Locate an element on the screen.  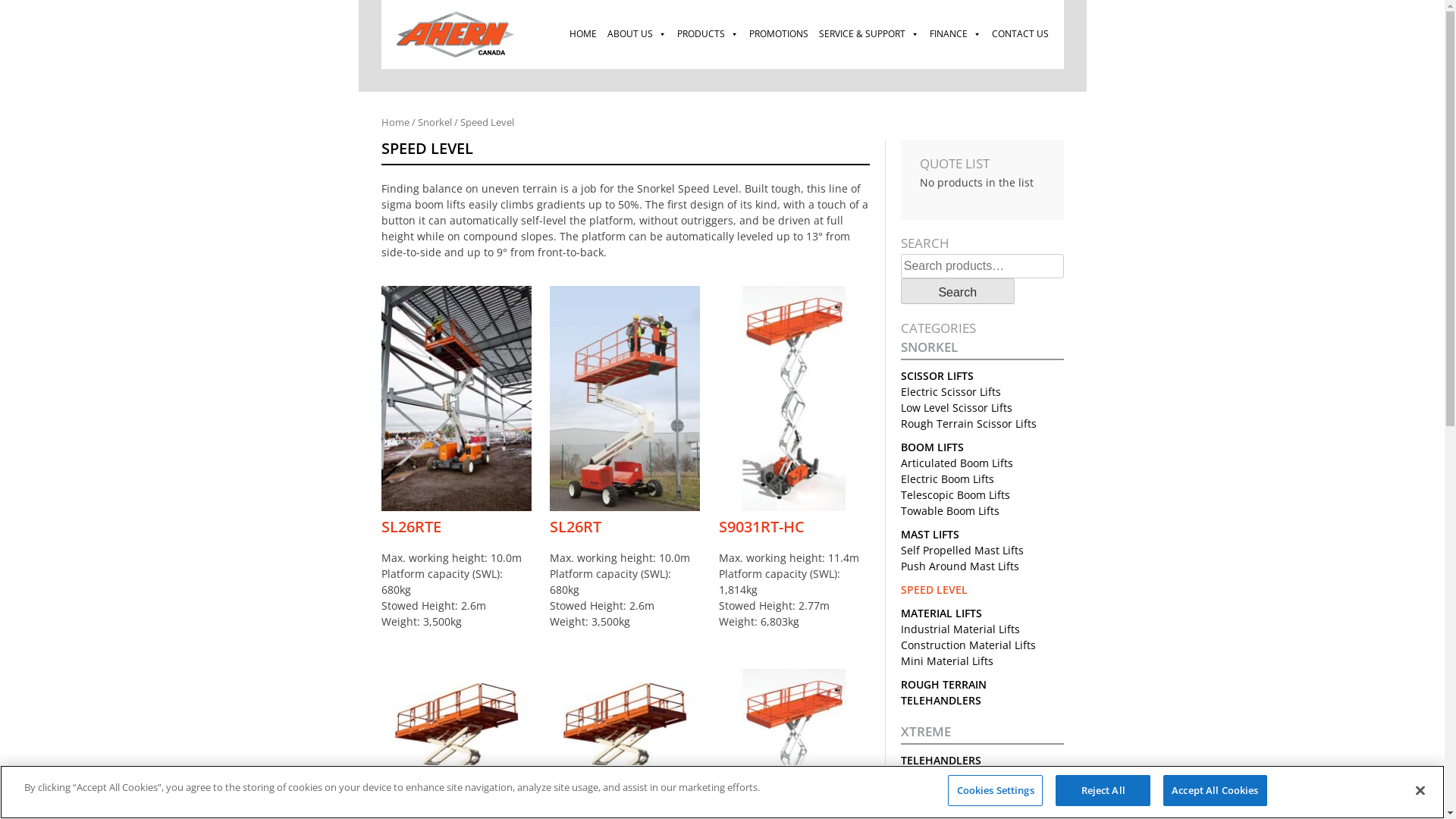
'Electric Boom Lifts' is located at coordinates (946, 479).